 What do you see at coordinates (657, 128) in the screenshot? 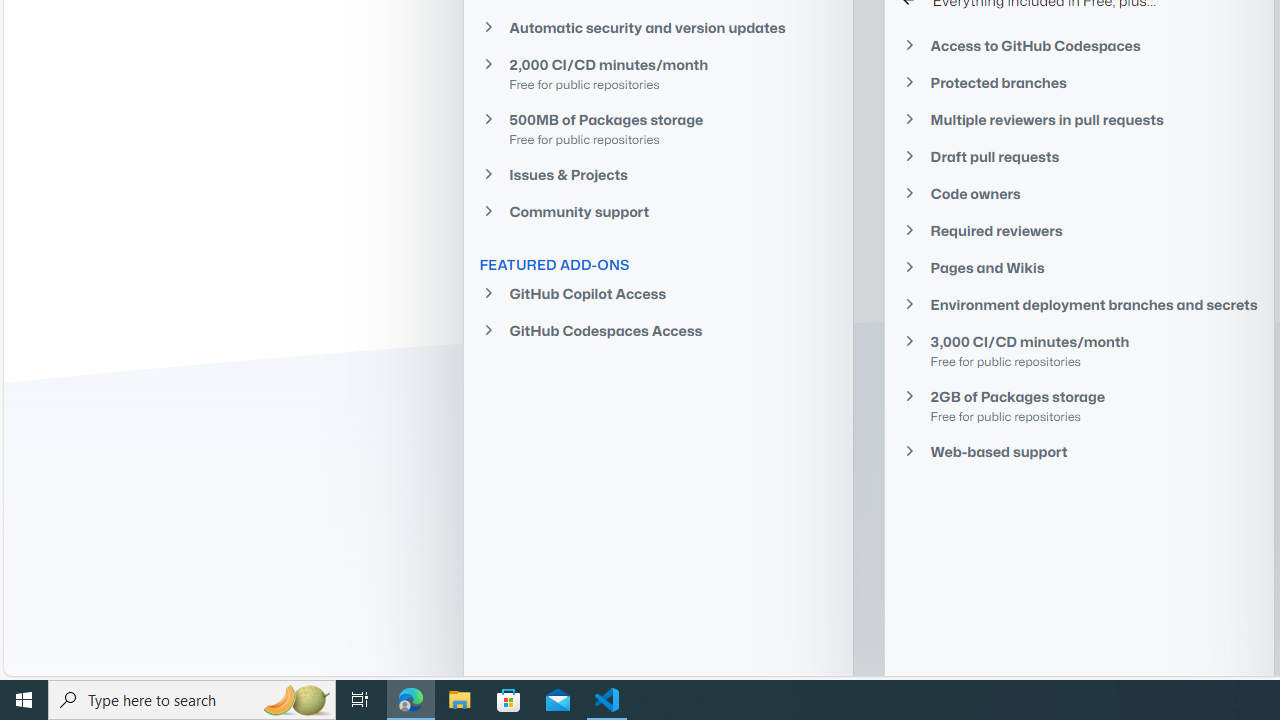
I see `'500MB of Packages storageFree for public repositories'` at bounding box center [657, 128].